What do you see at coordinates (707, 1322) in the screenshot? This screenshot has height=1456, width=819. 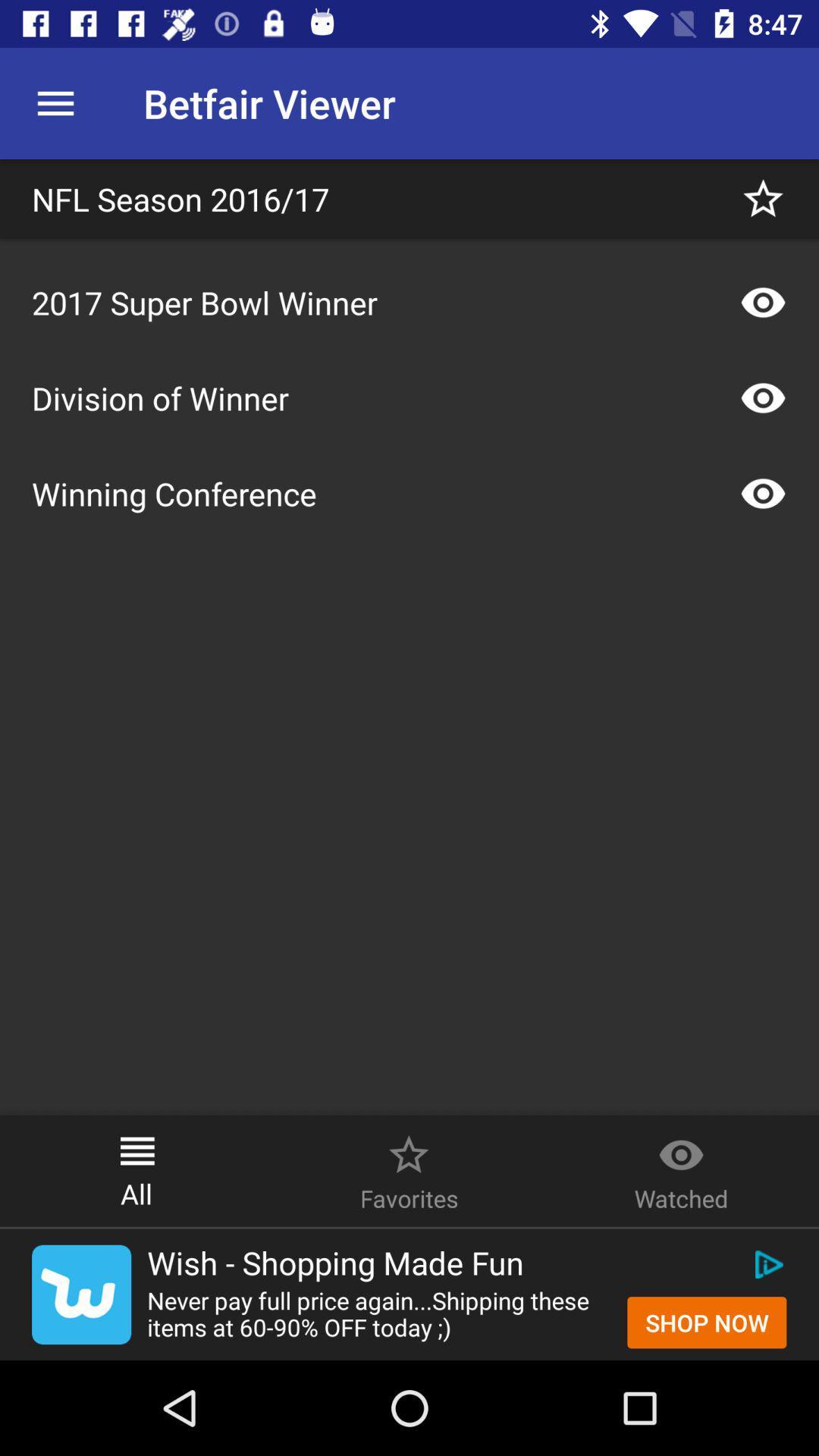 I see `the icon next to never pay full item` at bounding box center [707, 1322].